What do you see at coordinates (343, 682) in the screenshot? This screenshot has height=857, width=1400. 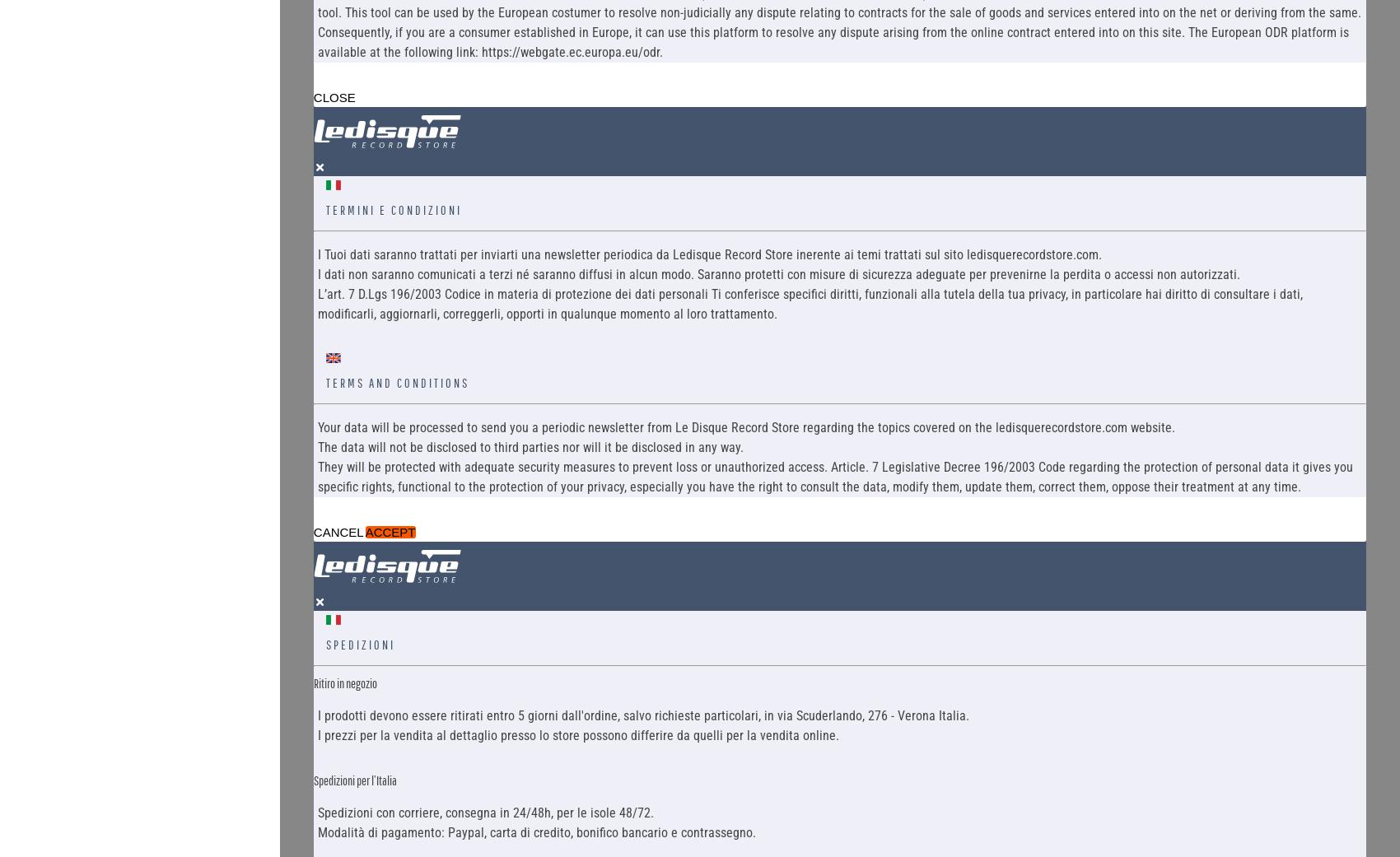 I see `'Ritiro in negozio'` at bounding box center [343, 682].